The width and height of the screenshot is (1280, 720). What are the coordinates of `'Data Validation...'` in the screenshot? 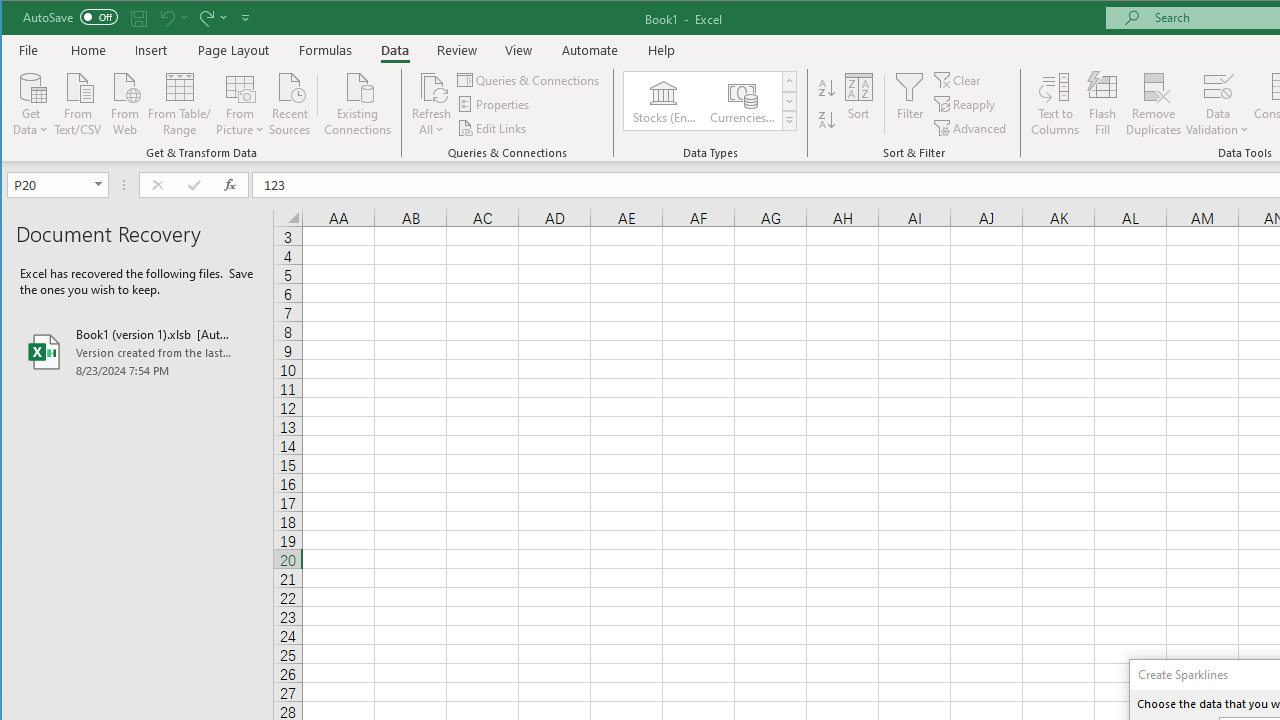 It's located at (1216, 85).